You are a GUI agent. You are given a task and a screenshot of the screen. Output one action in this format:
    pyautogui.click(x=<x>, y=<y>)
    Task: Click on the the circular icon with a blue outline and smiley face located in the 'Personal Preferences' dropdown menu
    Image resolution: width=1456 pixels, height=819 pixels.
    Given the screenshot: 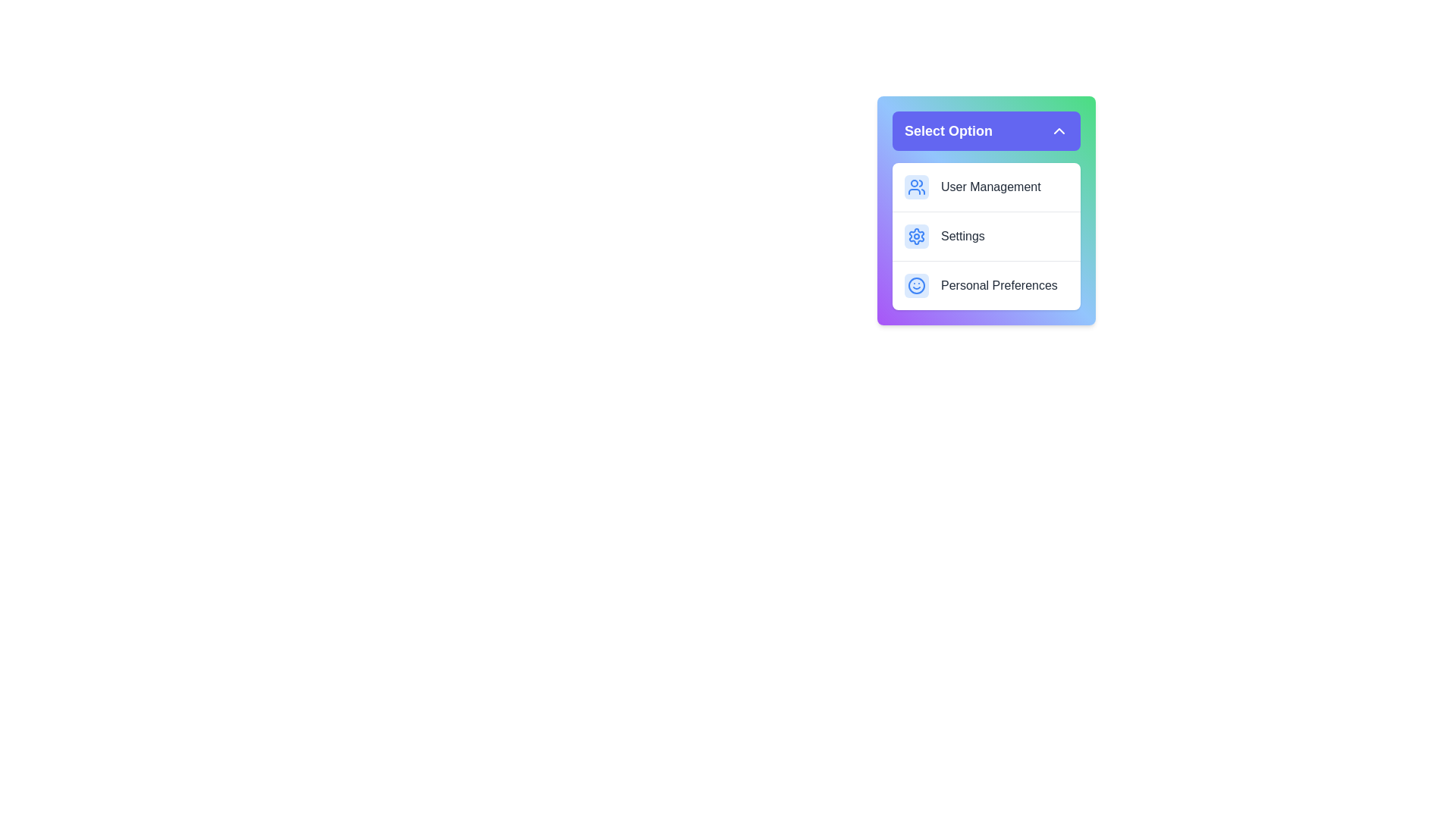 What is the action you would take?
    pyautogui.click(x=916, y=286)
    